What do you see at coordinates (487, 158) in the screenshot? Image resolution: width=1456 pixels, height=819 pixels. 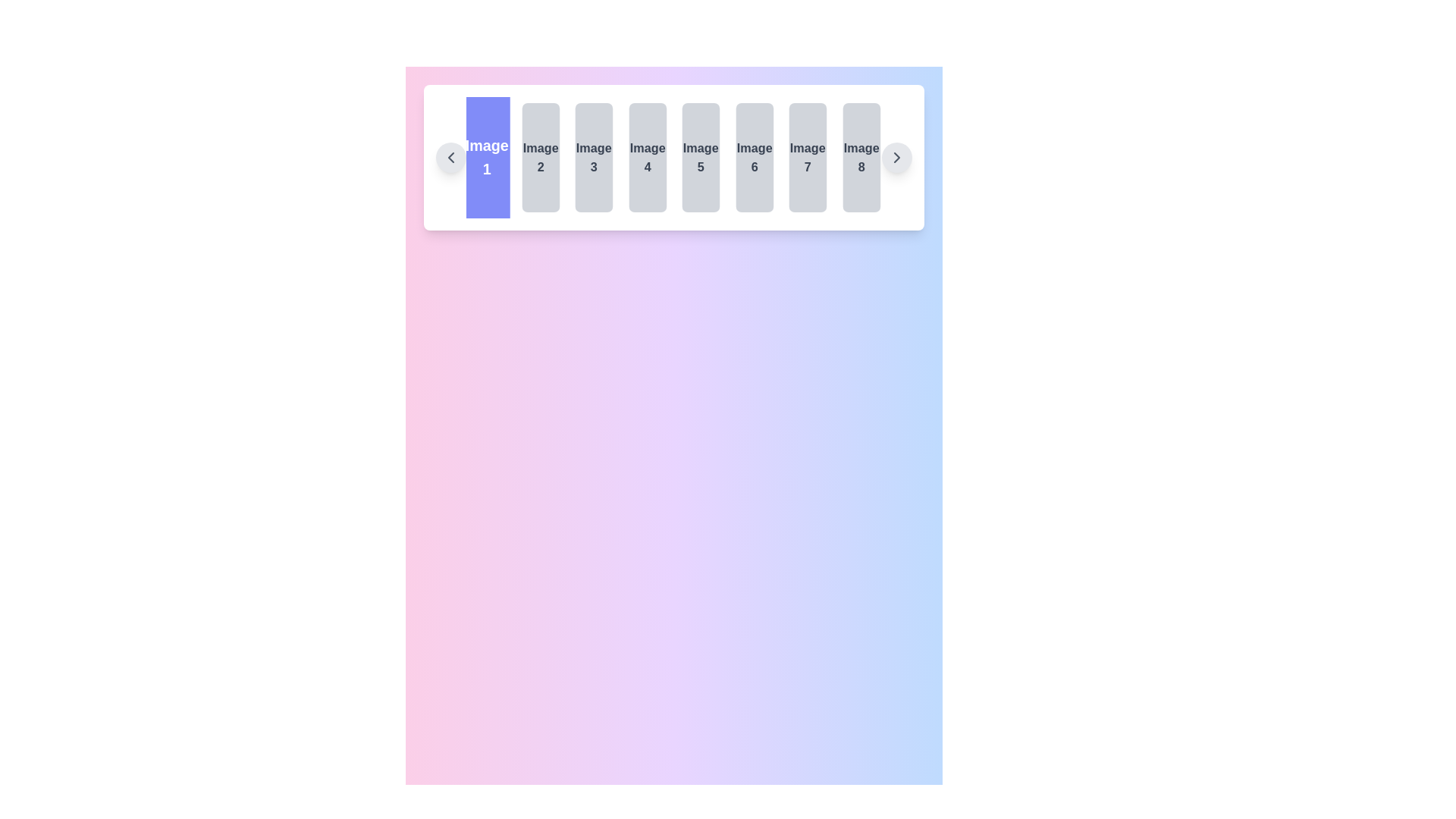 I see `the first card in the horizontally laid-out row of cards in the carousel` at bounding box center [487, 158].